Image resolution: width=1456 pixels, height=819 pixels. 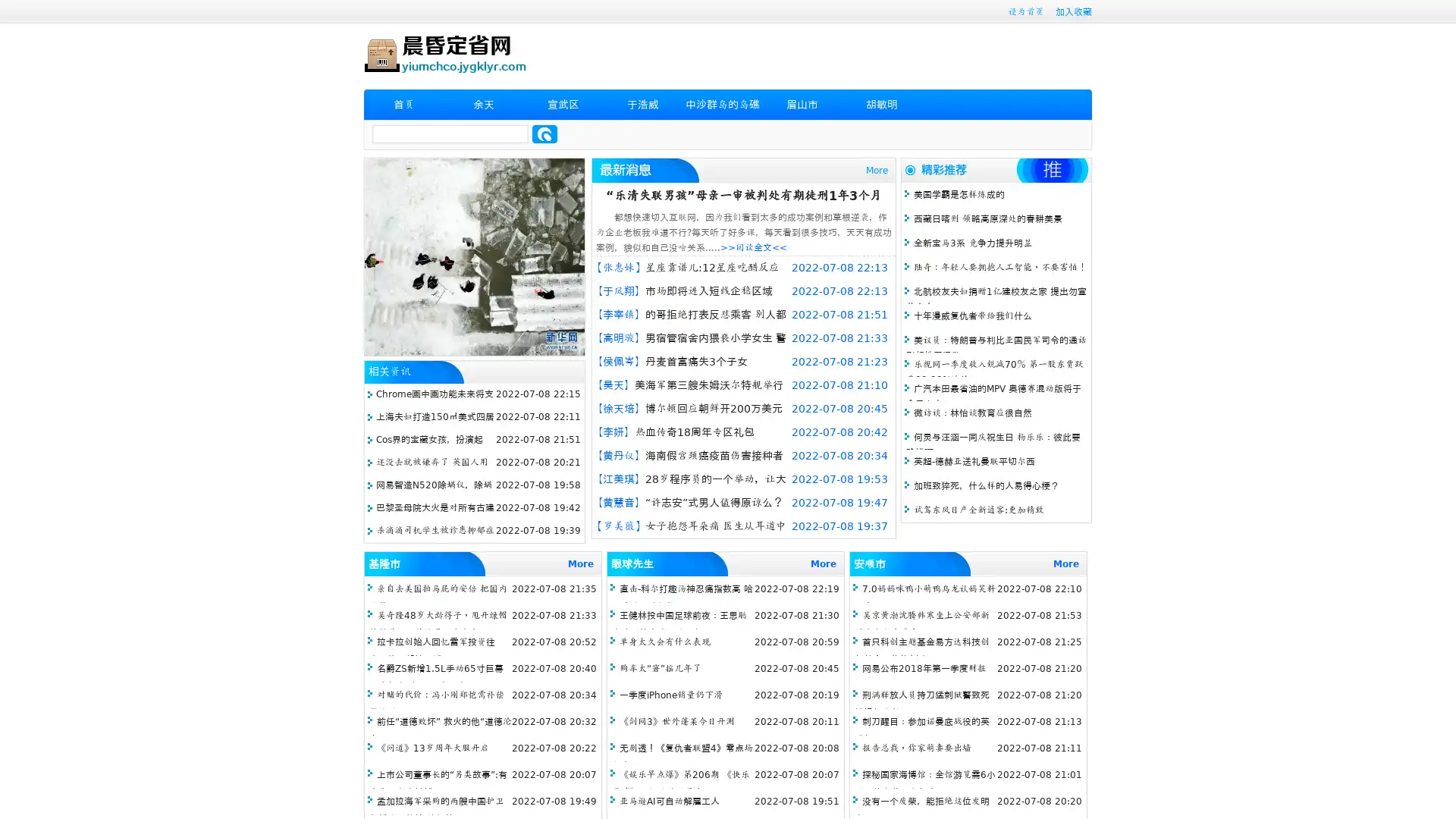 What do you see at coordinates (544, 133) in the screenshot?
I see `Search` at bounding box center [544, 133].